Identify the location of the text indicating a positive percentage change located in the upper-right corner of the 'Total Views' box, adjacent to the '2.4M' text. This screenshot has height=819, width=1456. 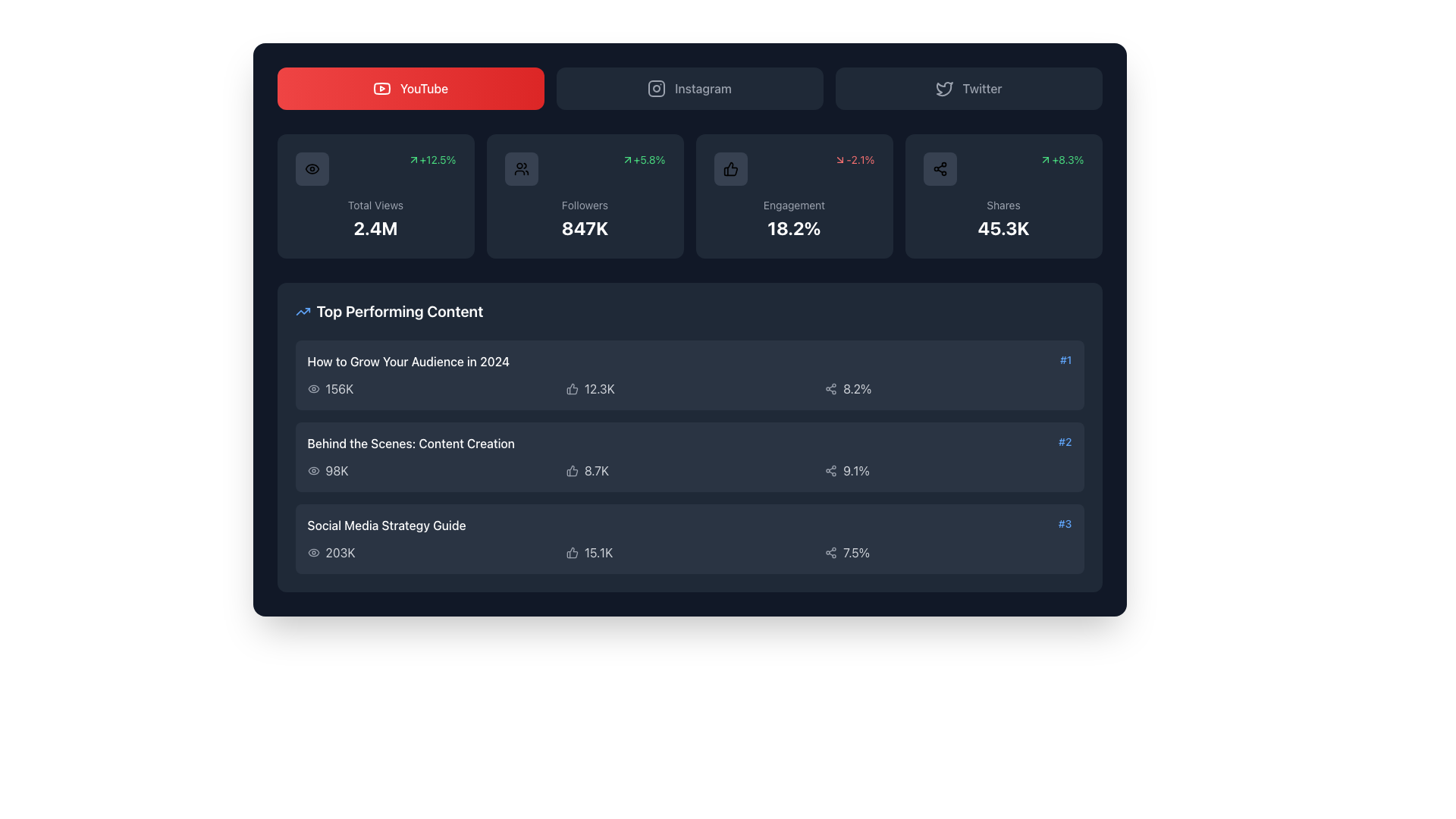
(431, 160).